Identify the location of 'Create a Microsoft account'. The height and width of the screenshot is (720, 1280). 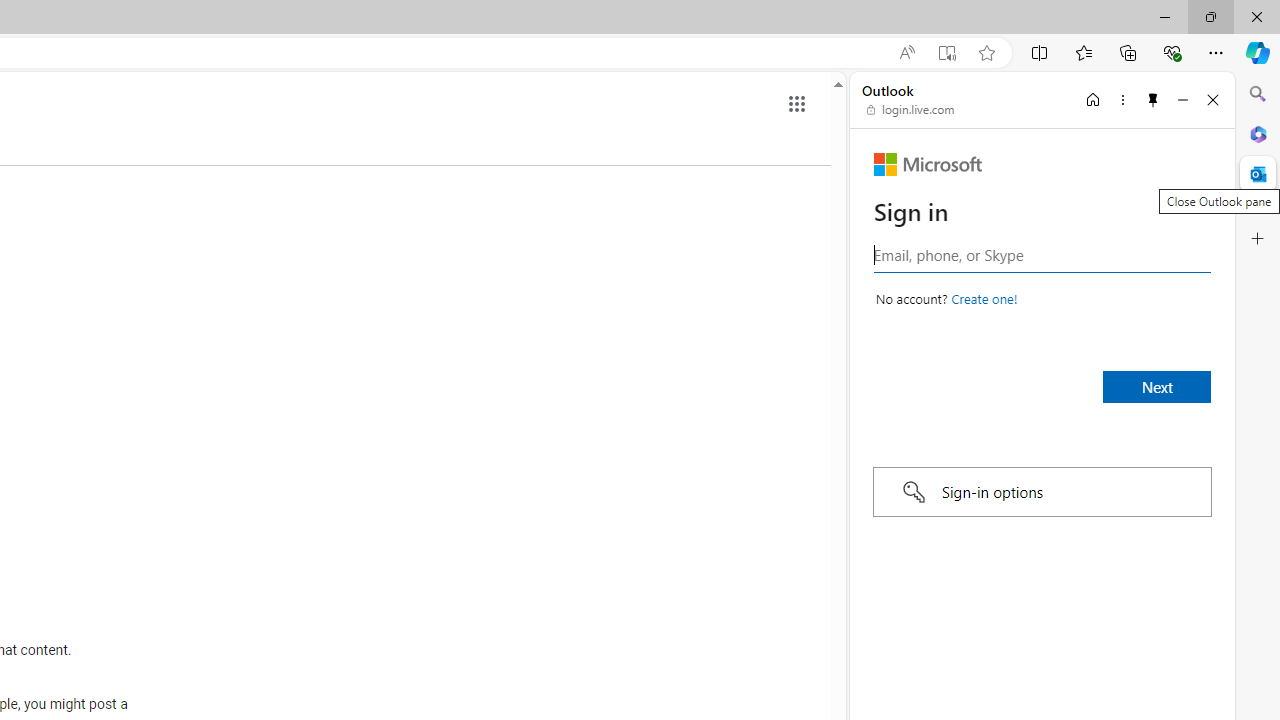
(984, 298).